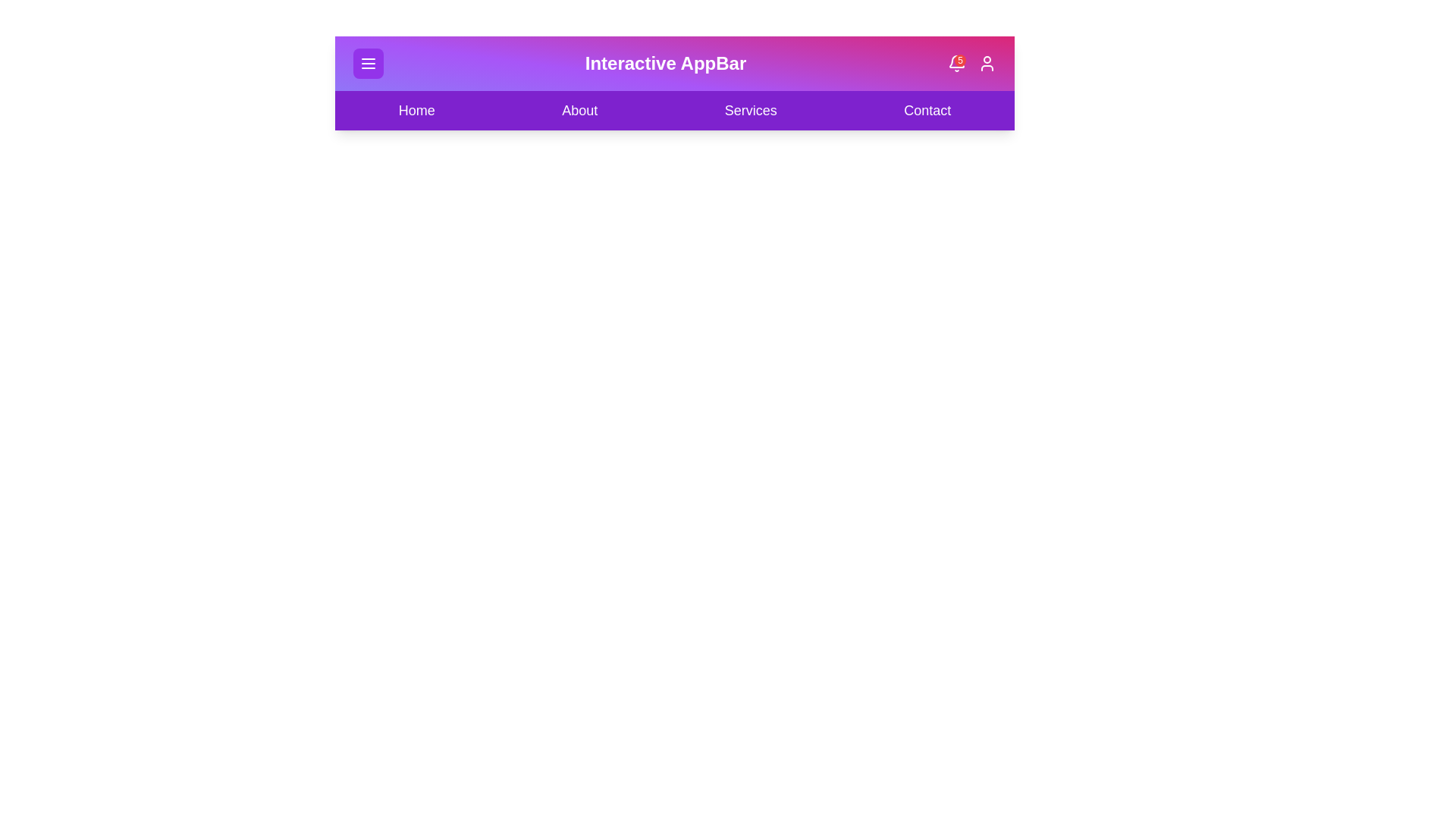  I want to click on menu button to toggle the menu visibility, so click(368, 63).